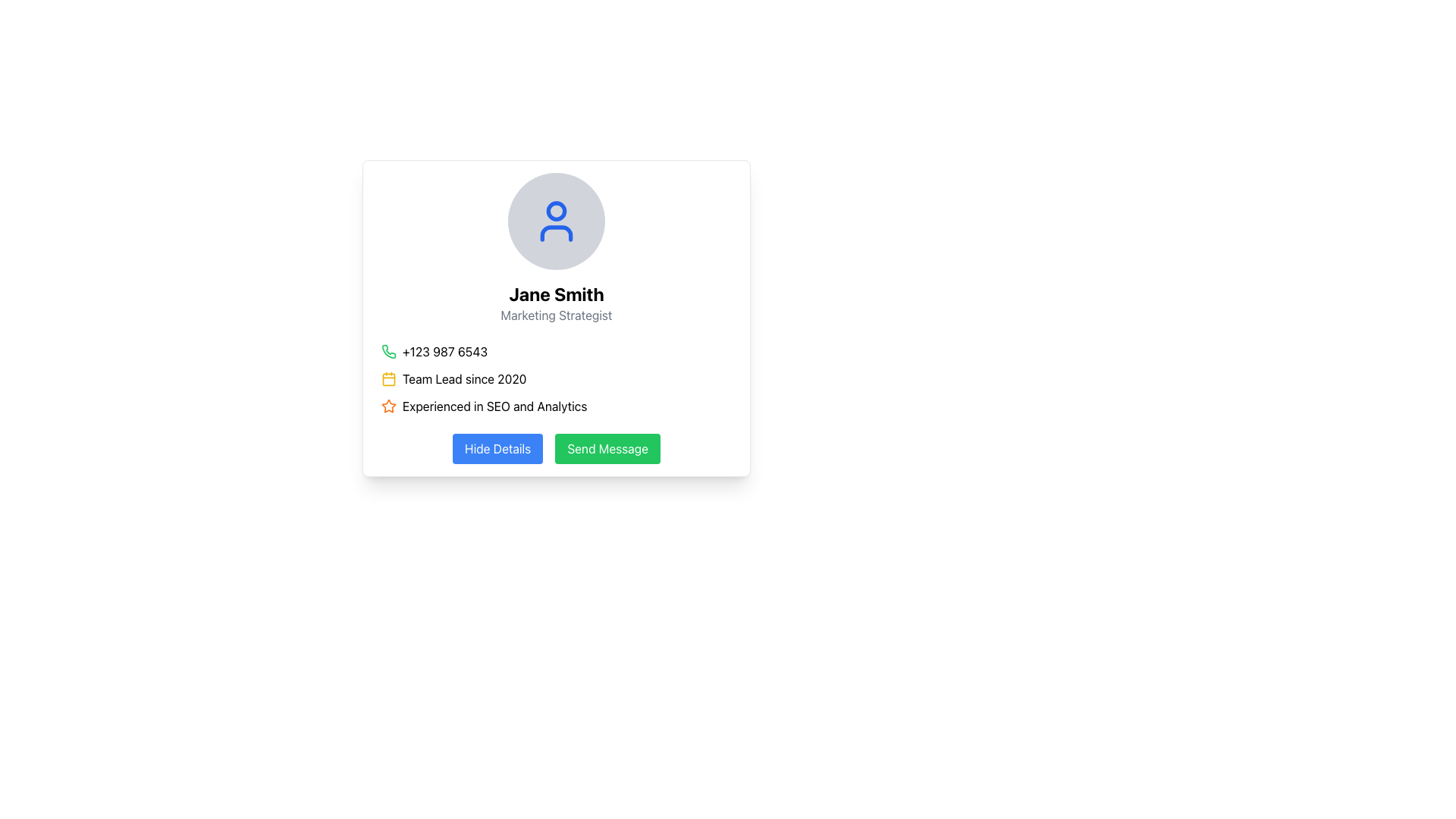 The height and width of the screenshot is (819, 1456). What do you see at coordinates (556, 315) in the screenshot?
I see `the text label that identifies the role or occupation associated with 'Jane Smith' for additional details` at bounding box center [556, 315].